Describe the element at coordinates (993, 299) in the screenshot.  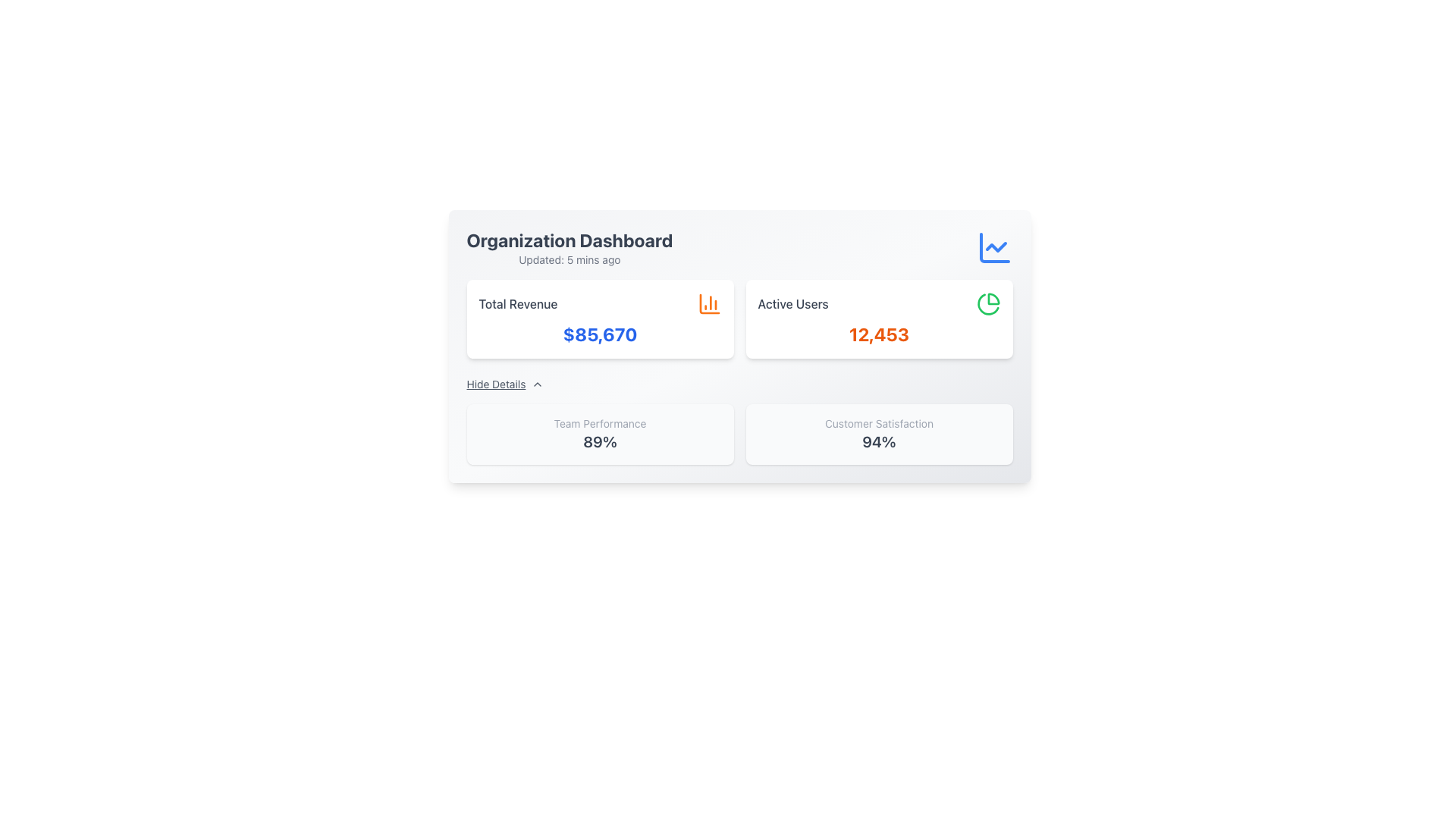
I see `the pie chart graphic in the top-right card of the dashboard, which represents an analytical metric` at that location.